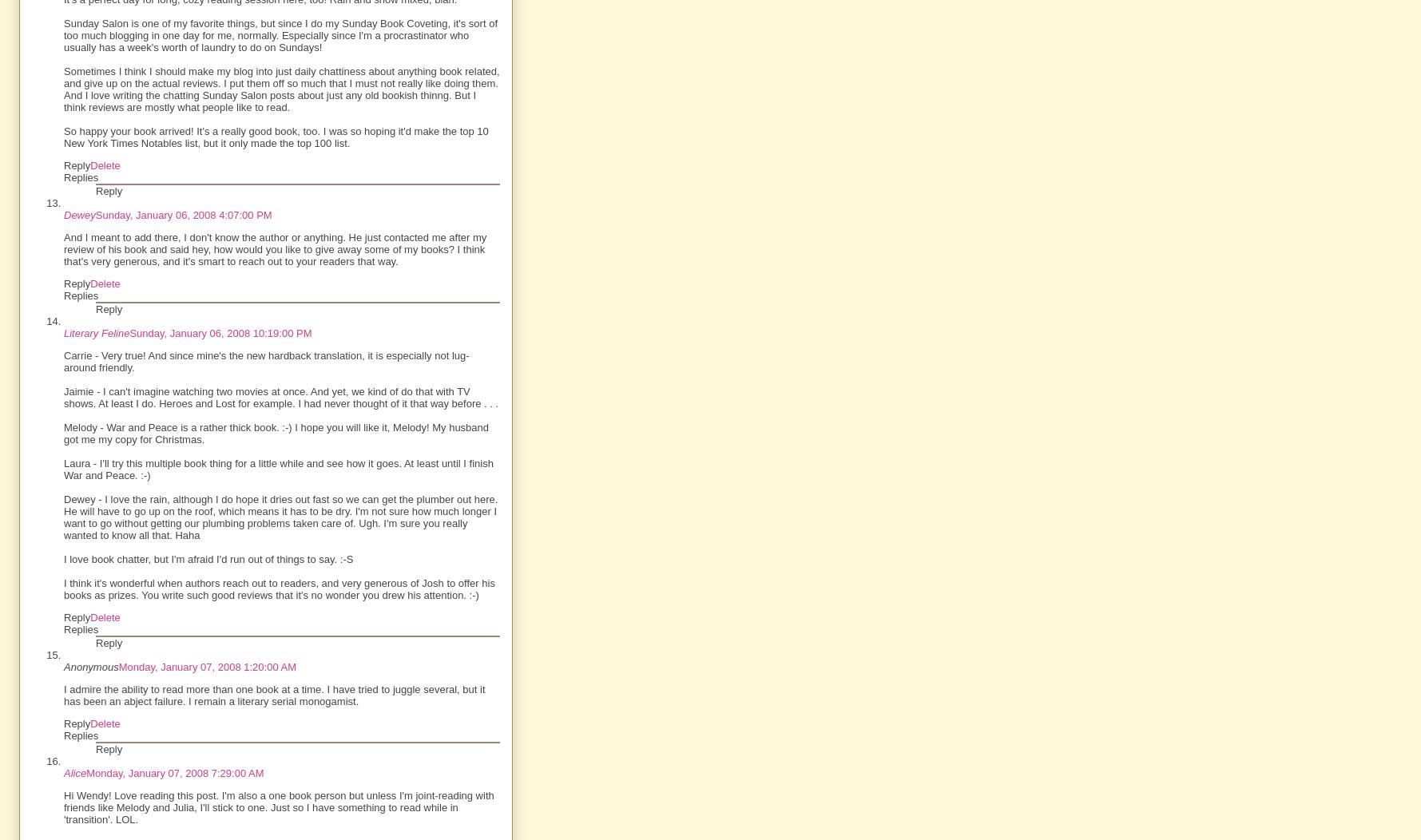  What do you see at coordinates (90, 666) in the screenshot?
I see `'Anonymous'` at bounding box center [90, 666].